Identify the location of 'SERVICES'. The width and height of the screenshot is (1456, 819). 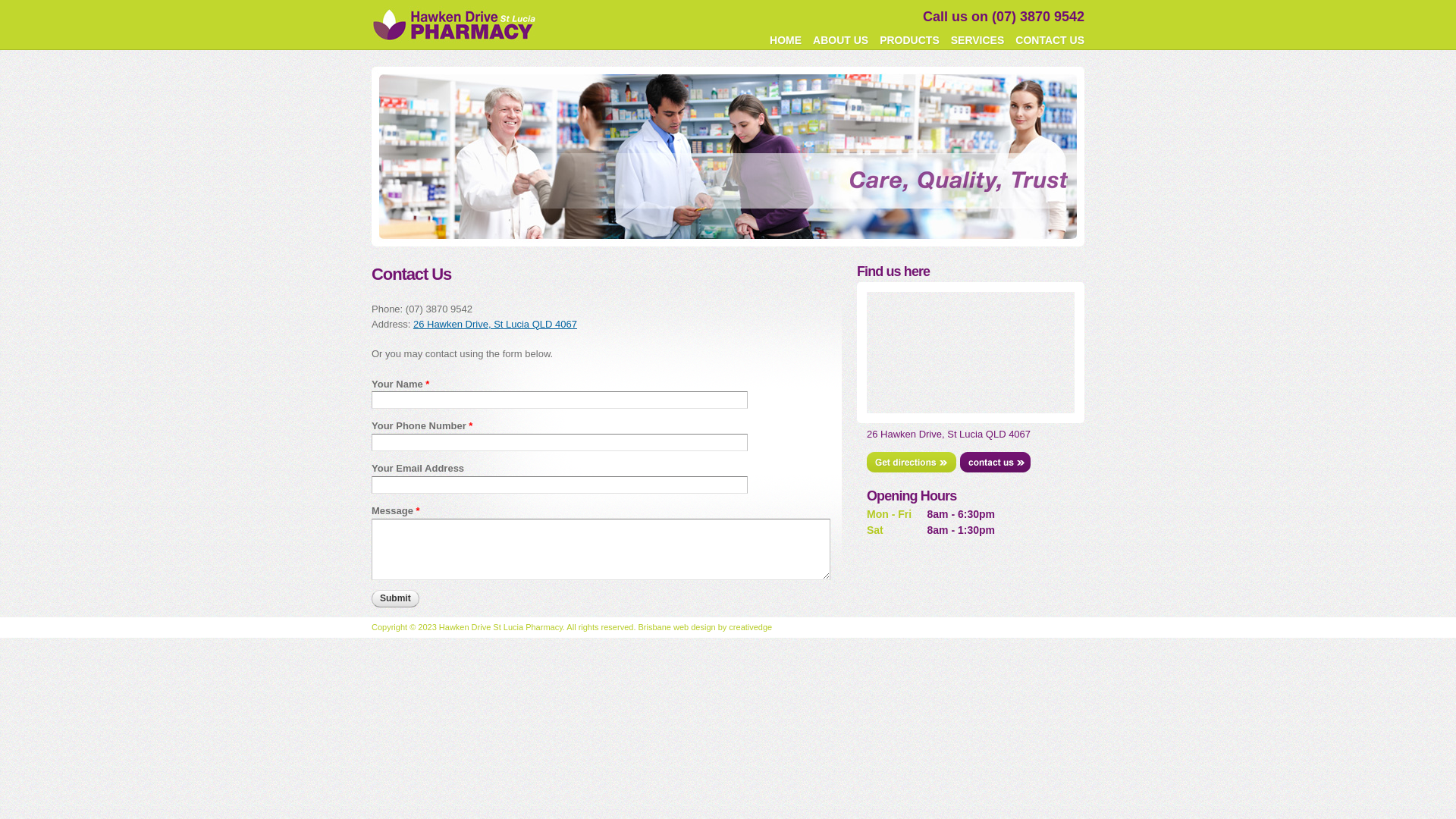
(977, 39).